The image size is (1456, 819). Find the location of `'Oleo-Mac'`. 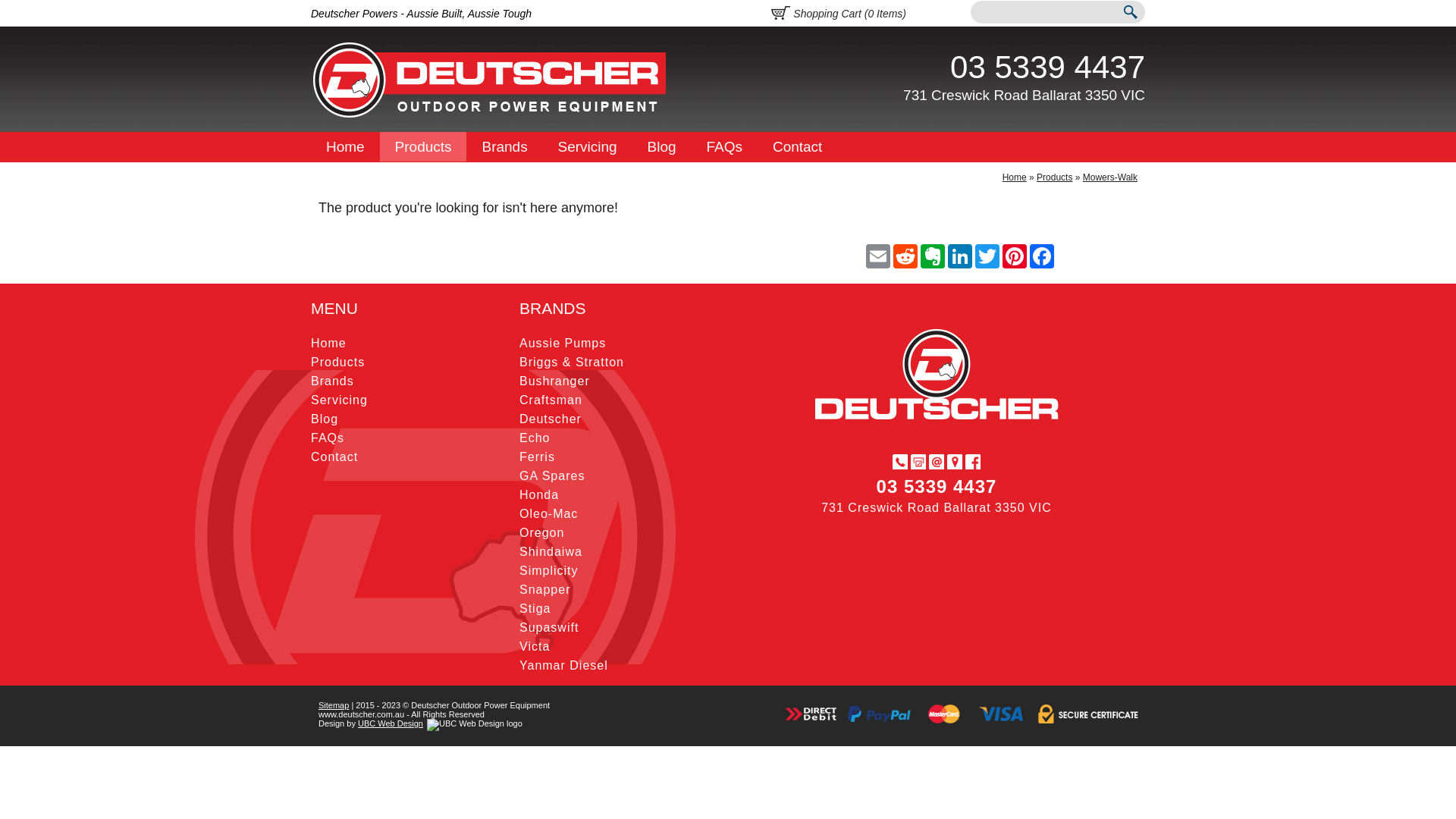

'Oleo-Mac' is located at coordinates (519, 513).